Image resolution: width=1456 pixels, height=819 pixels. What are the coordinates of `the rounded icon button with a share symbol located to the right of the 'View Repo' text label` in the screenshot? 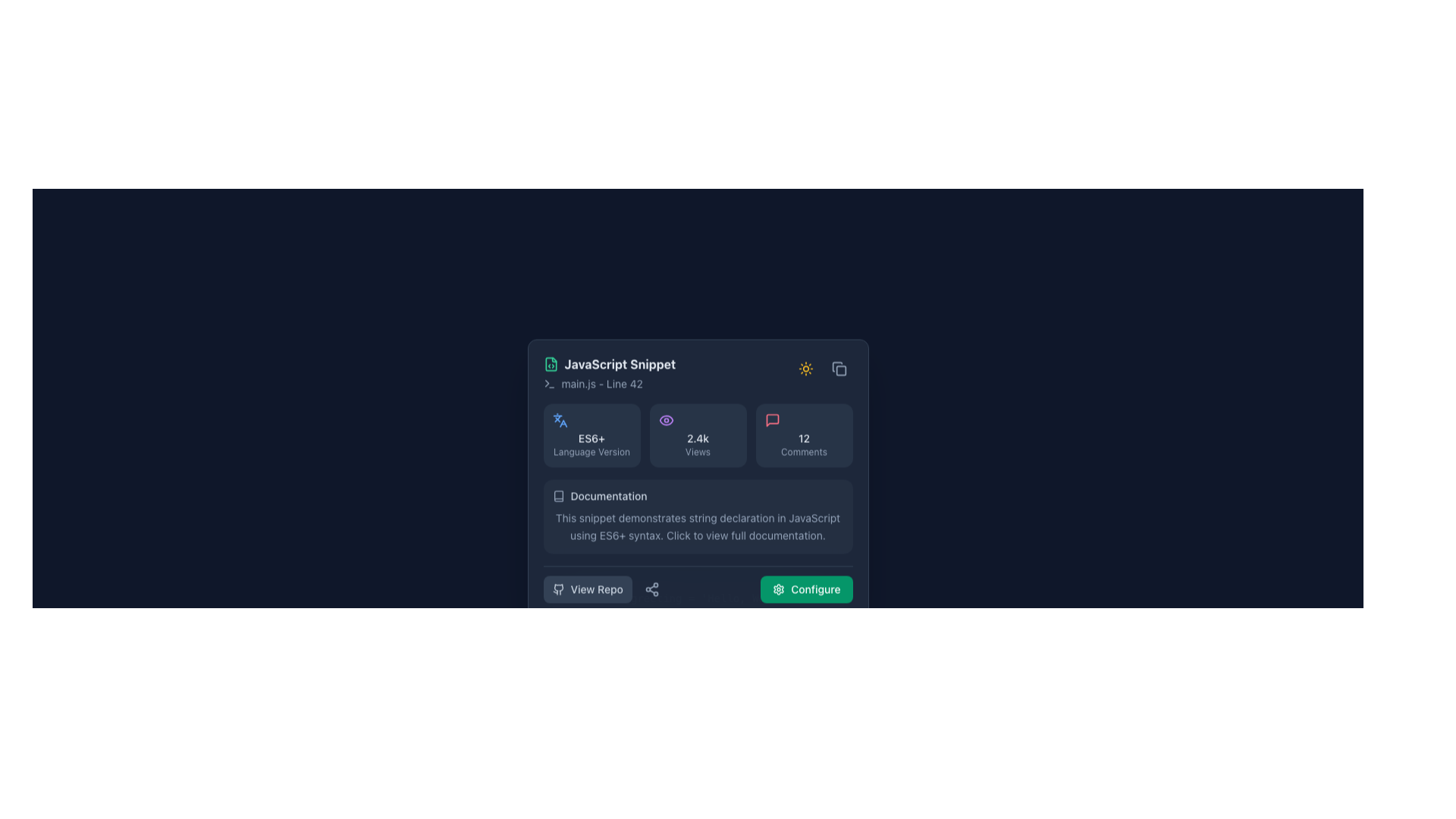 It's located at (651, 588).